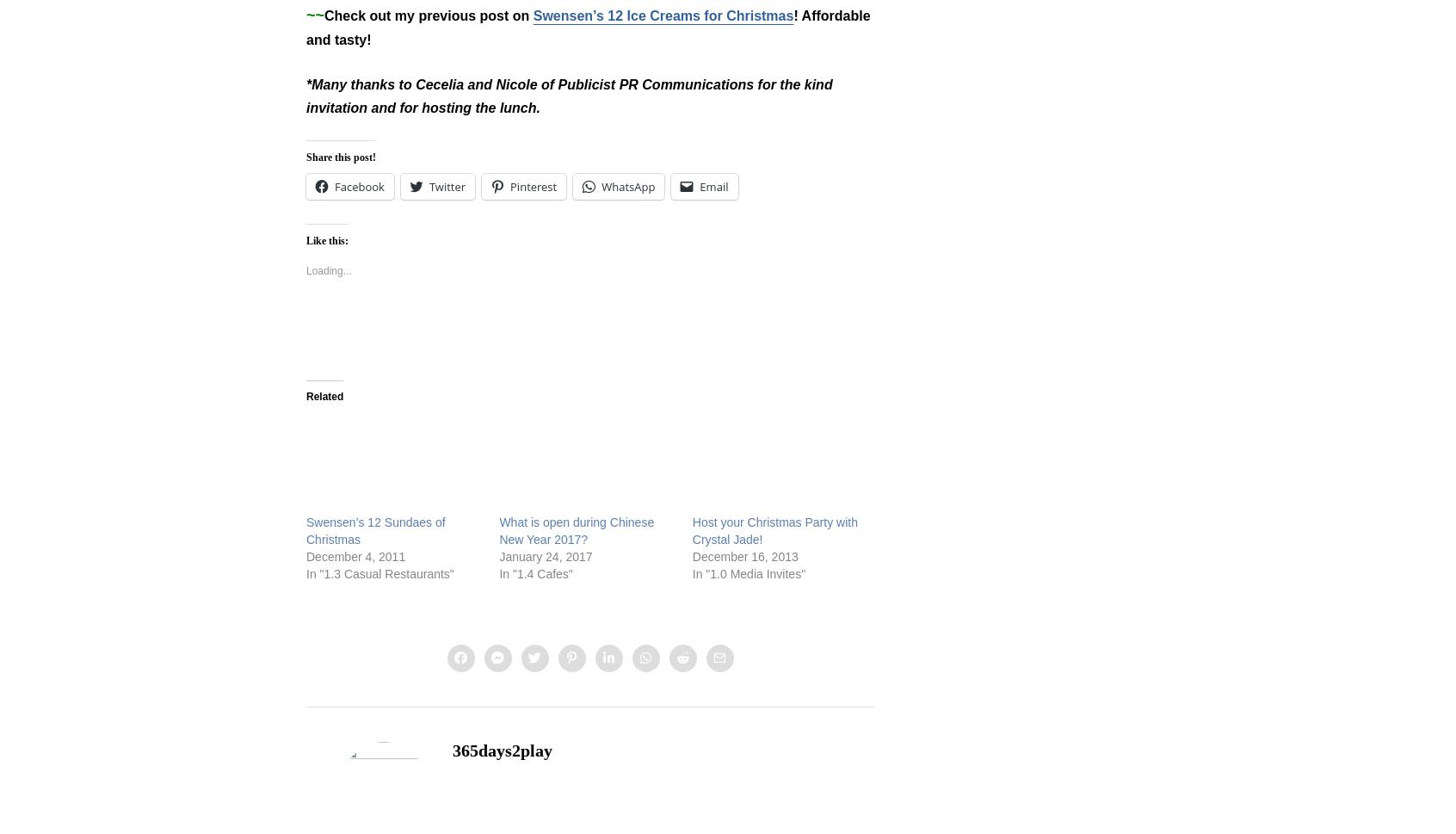  I want to click on '365days2play', so click(502, 749).